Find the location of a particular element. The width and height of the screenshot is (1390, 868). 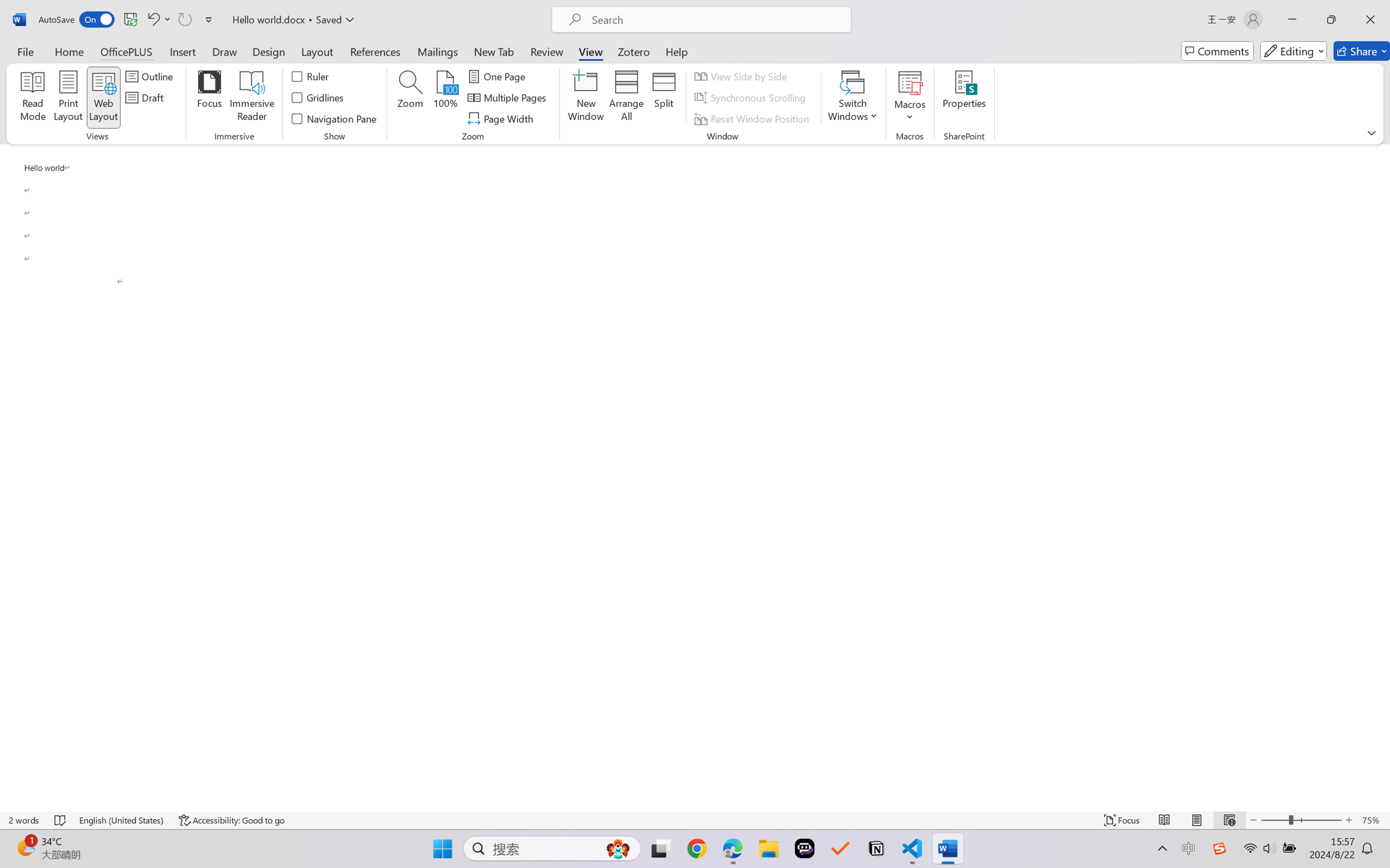

'Navigation Pane' is located at coordinates (334, 119).